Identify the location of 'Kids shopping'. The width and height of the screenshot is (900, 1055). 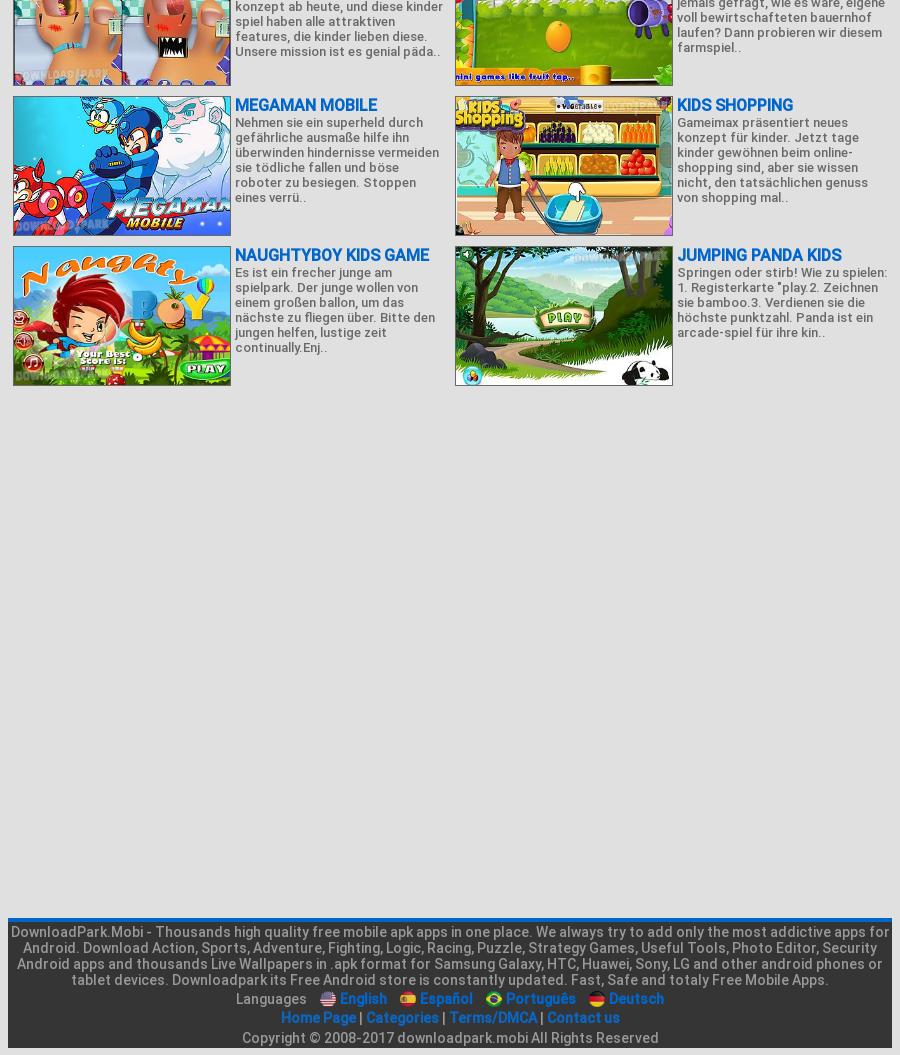
(734, 104).